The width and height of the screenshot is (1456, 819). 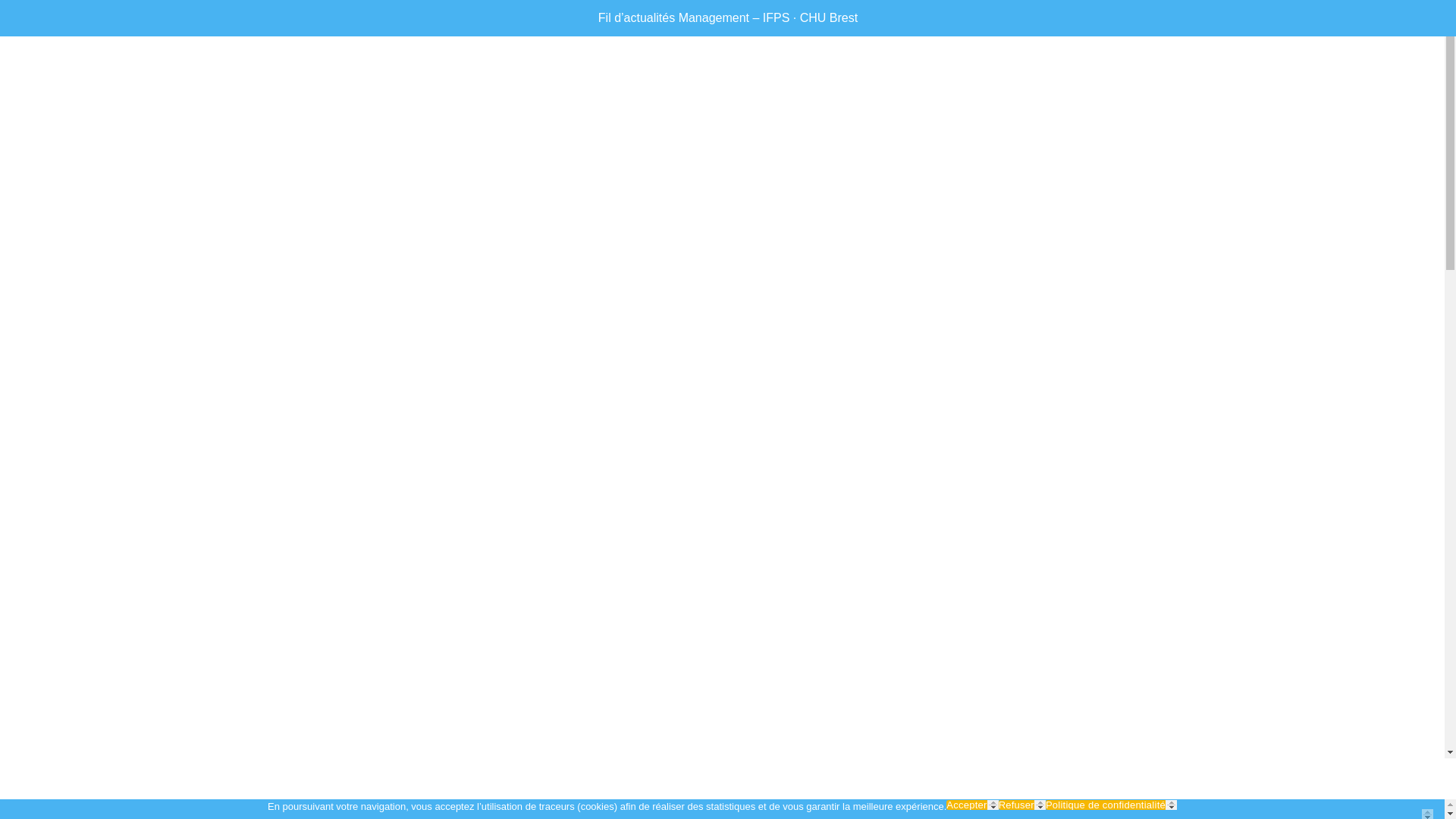 I want to click on 'Refuser', so click(x=1022, y=804).